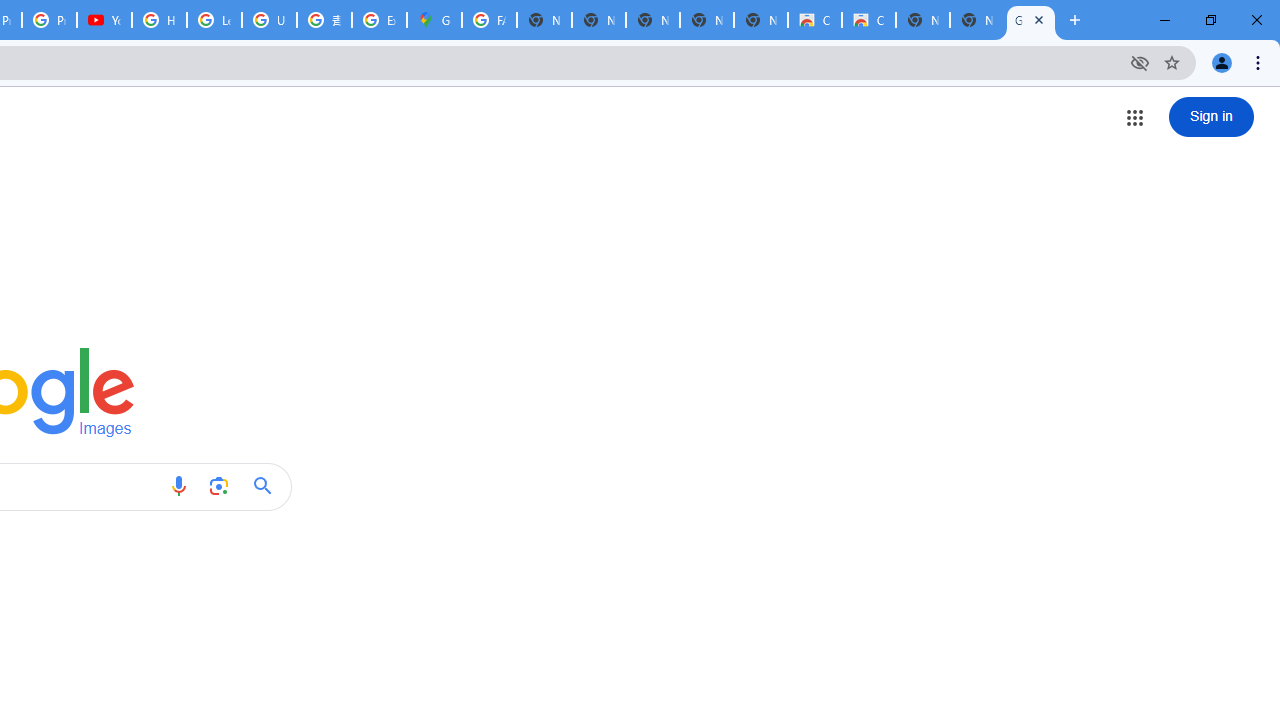 Image resolution: width=1280 pixels, height=720 pixels. What do you see at coordinates (976, 20) in the screenshot?
I see `'New Tab'` at bounding box center [976, 20].